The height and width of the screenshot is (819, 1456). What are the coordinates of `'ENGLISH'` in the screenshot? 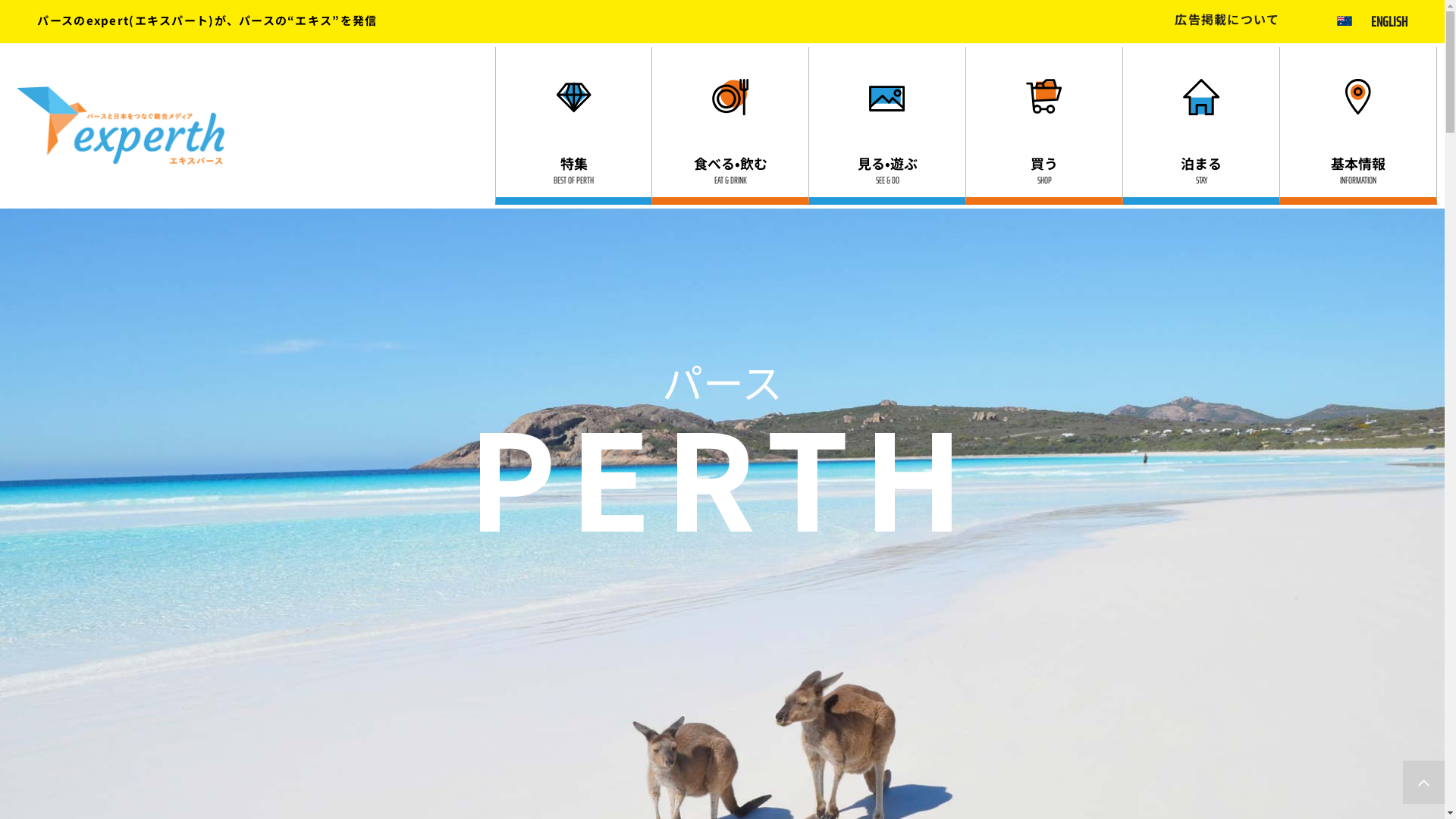 It's located at (1389, 20).